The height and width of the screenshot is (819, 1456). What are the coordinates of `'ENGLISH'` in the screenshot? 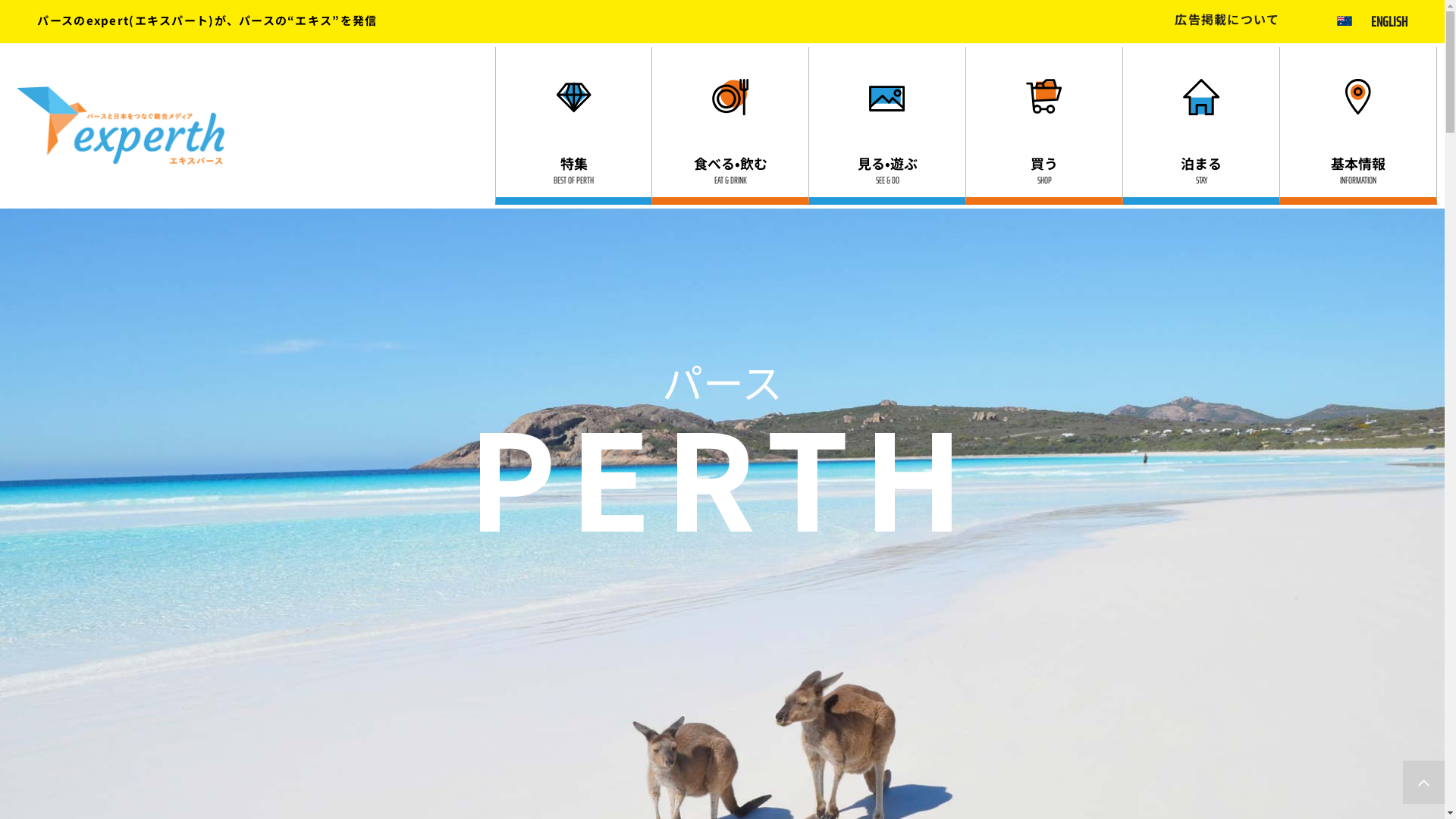 It's located at (1389, 20).